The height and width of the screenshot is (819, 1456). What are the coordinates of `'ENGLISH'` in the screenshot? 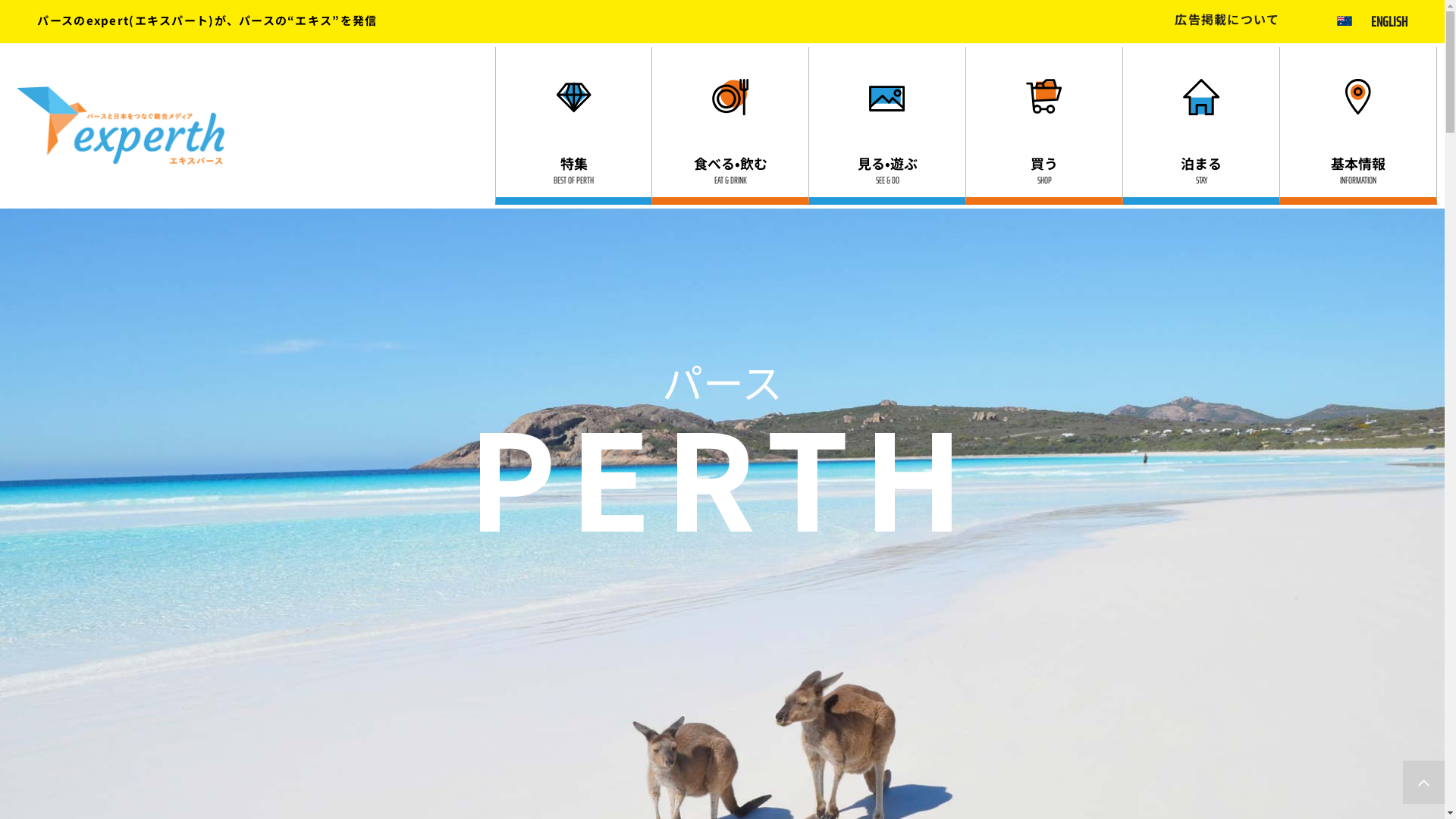 It's located at (1389, 20).